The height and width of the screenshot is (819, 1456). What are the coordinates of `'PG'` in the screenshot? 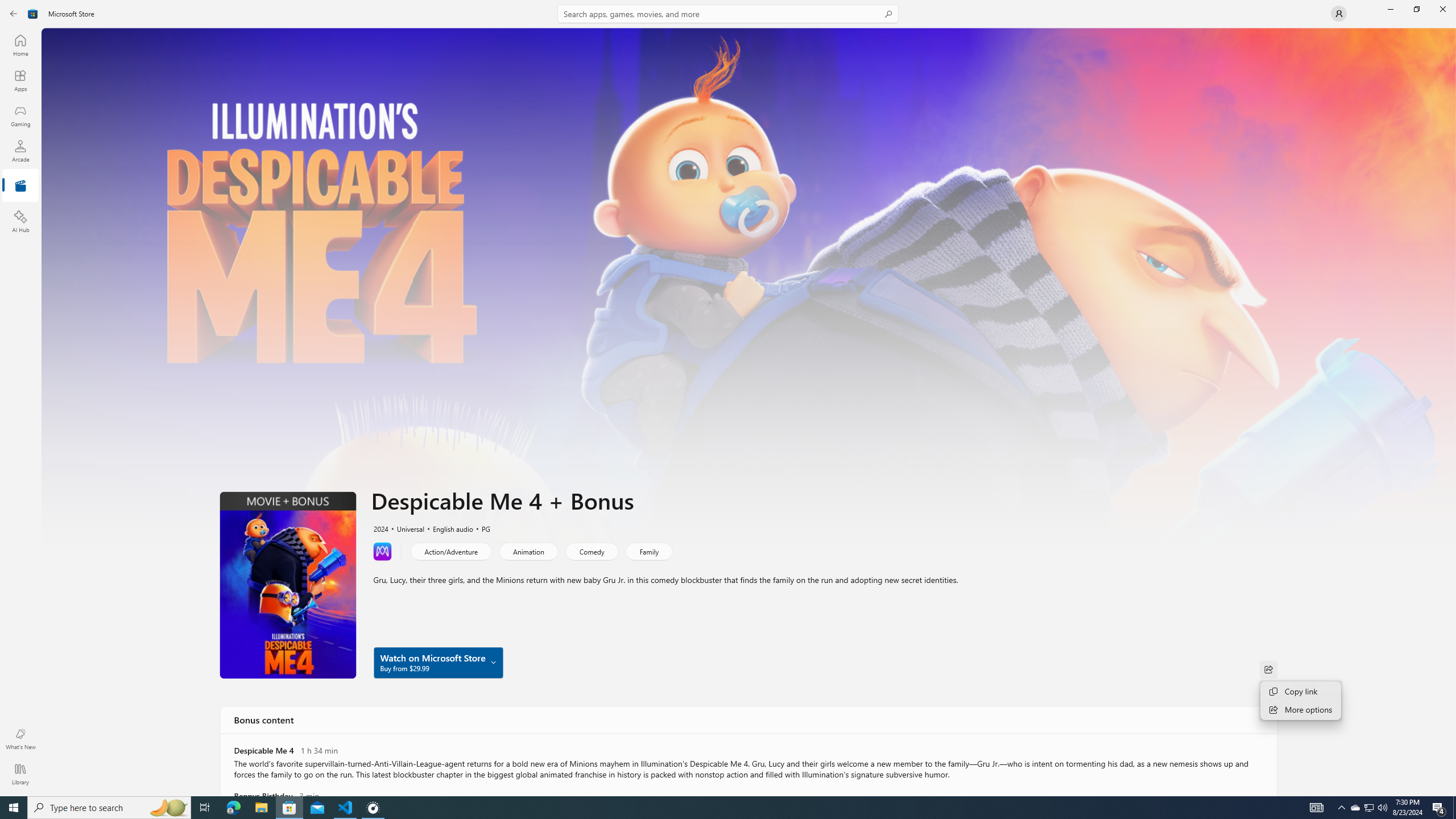 It's located at (481, 527).